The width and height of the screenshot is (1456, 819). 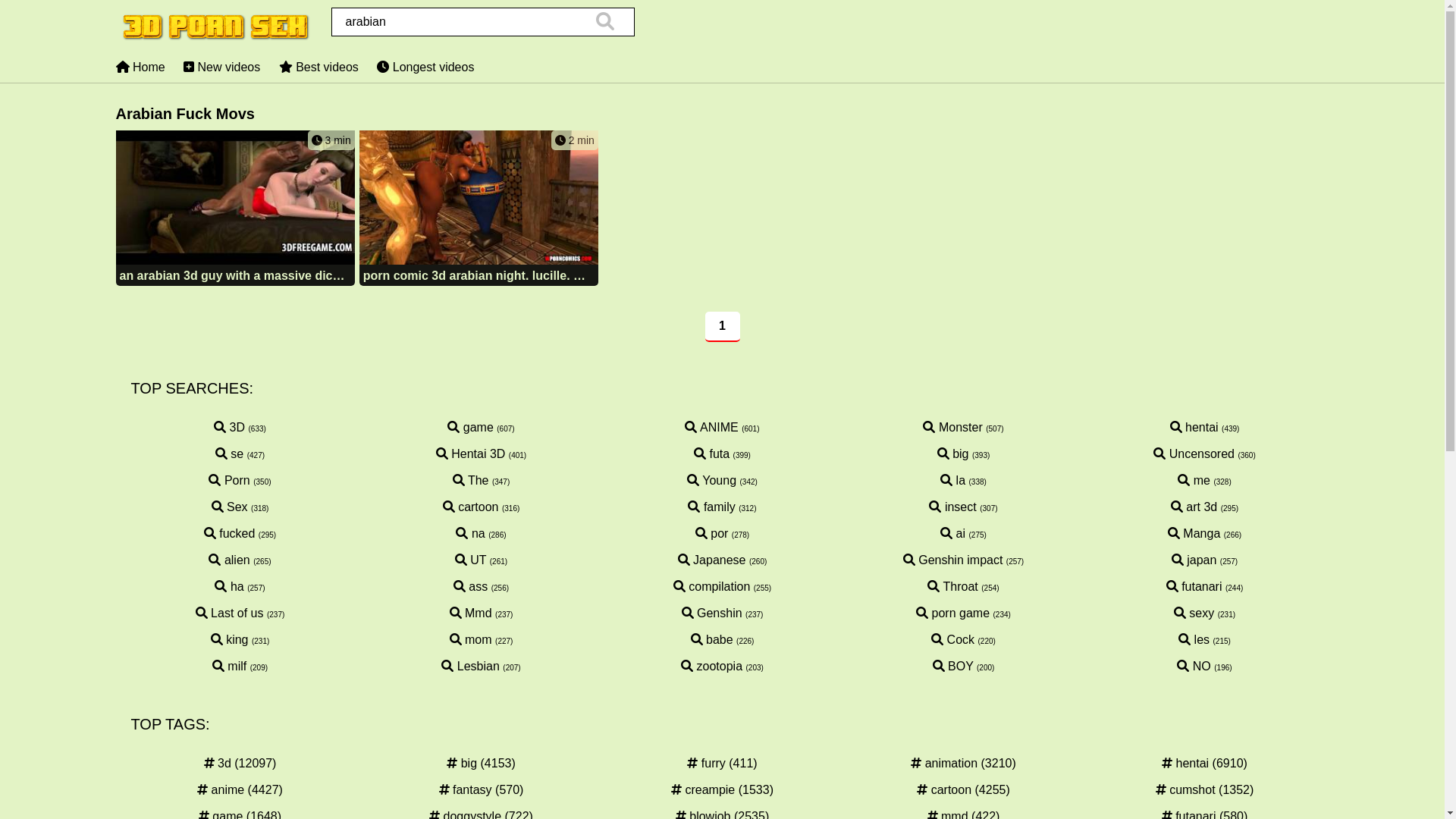 I want to click on 'Genshin impact', so click(x=952, y=560).